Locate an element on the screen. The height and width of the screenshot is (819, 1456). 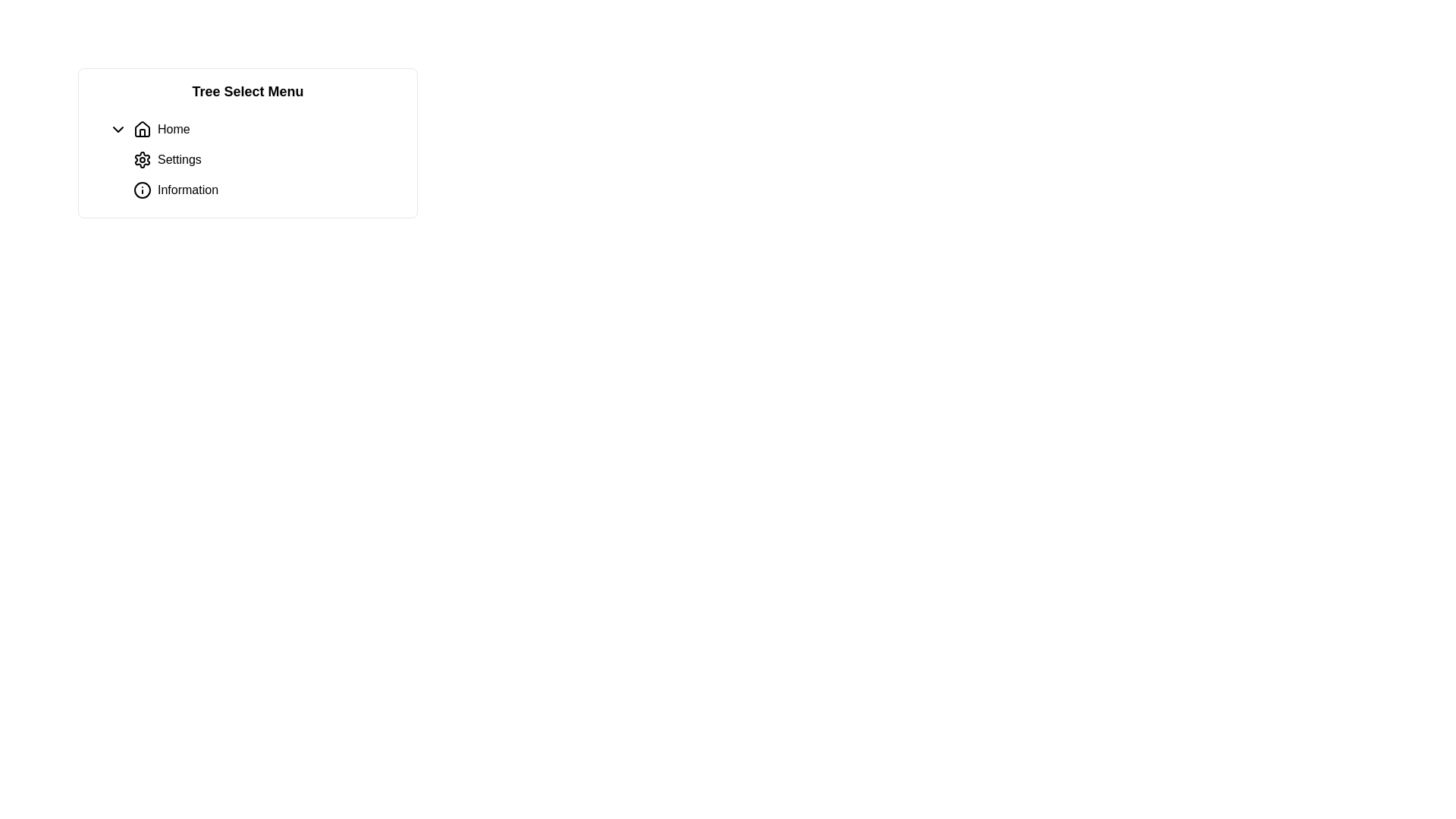
the house-shaped icon located within the 'Home' option of the 'Tree Select Menu', positioned just to the left of the highlighted text label 'Home' is located at coordinates (142, 128).